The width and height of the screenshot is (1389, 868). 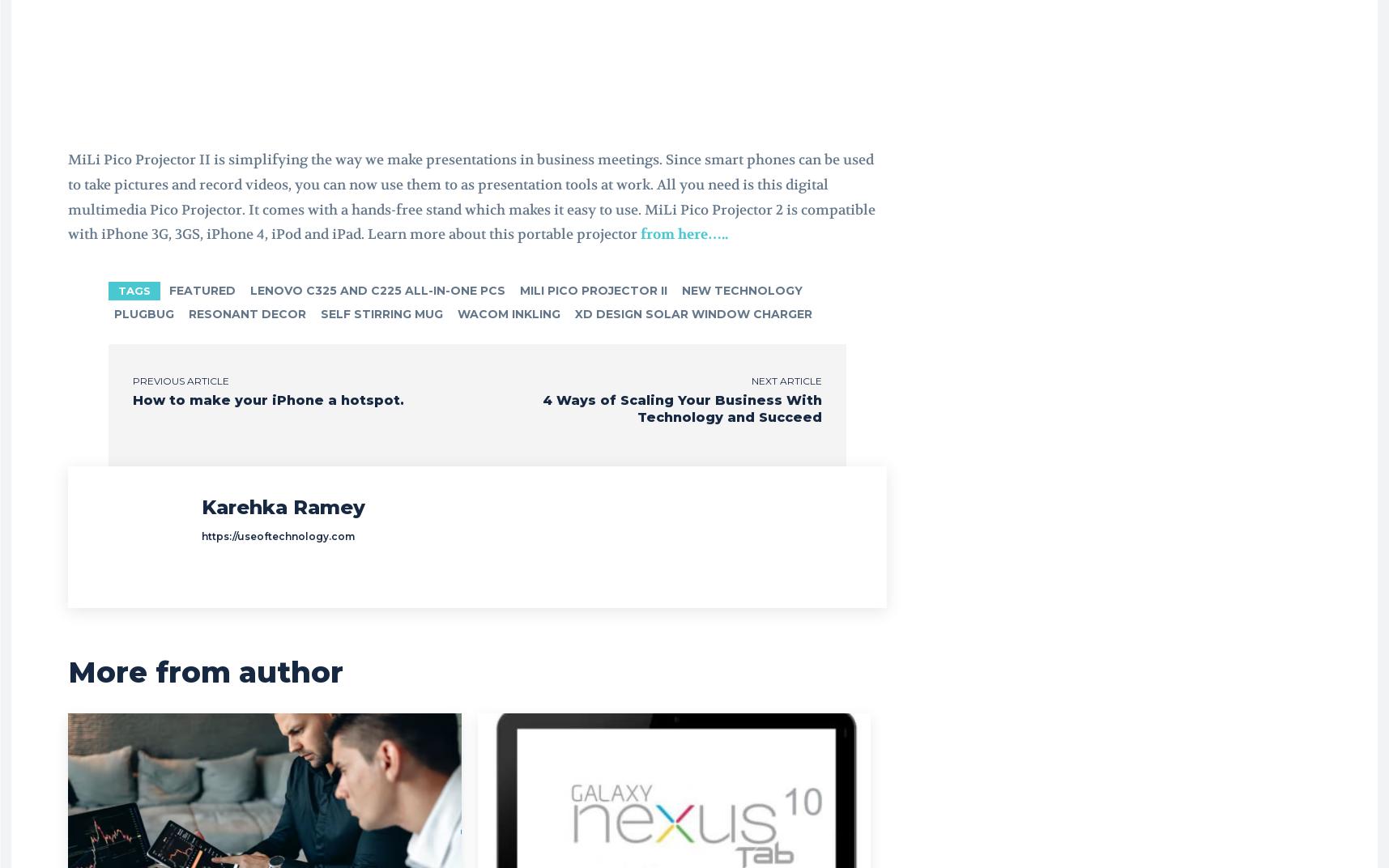 I want to click on 'MiLi Pico Projector II is simplifying the way we make presentations in business meetings. Since smart phones can be used to take pictures and record videos, you can now use them to as presentation tools at work. All you need is this digital multimedia Pico Projector. It comes with a hands-free stand which makes it easy to use. MiLi Pico Projector 2 is compatible with iPhone 3G, 3GS, iPhone 4, iPod and iPad. Learn more about this portable projector', so click(x=471, y=197).